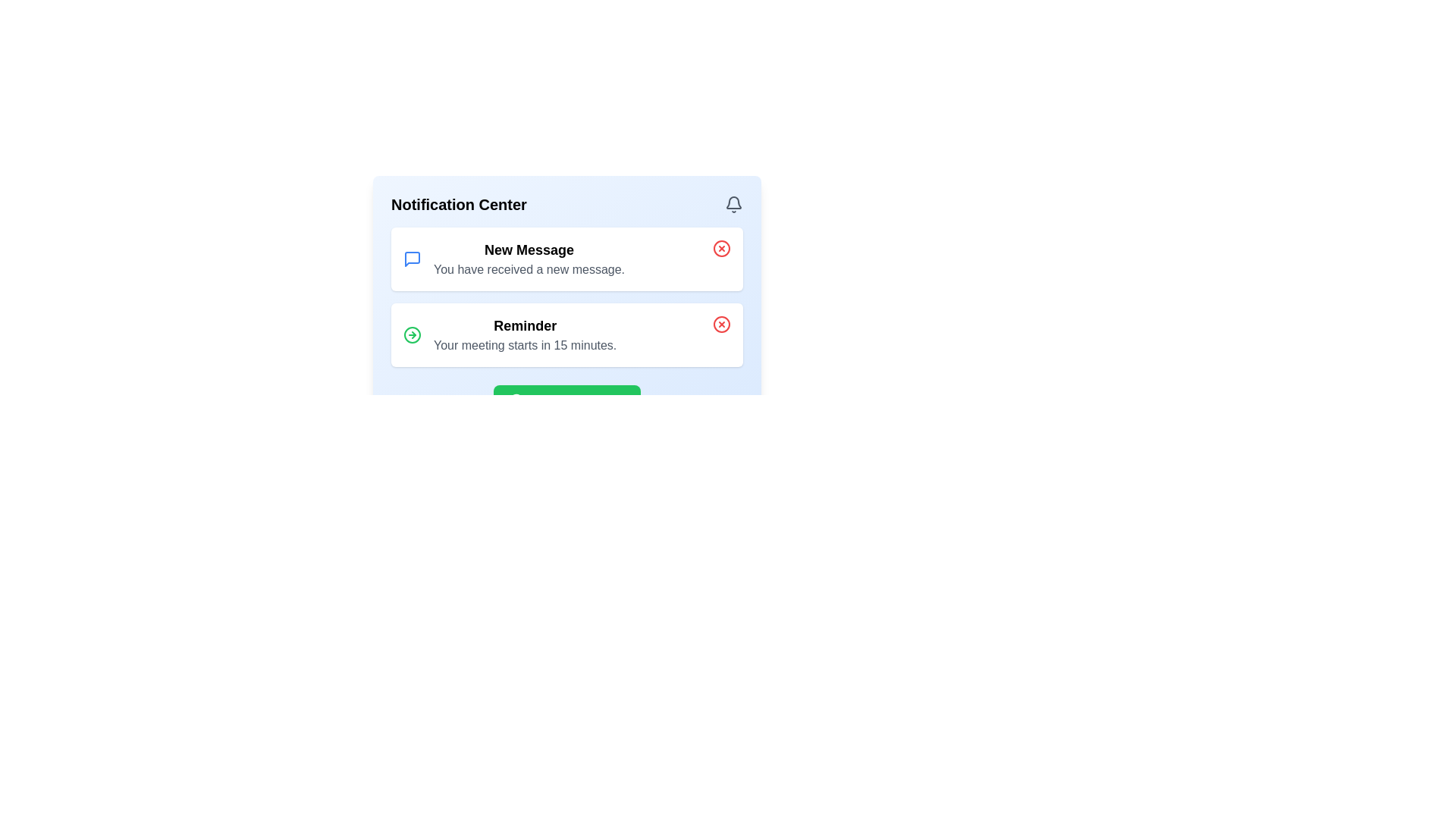 The width and height of the screenshot is (1456, 819). Describe the element at coordinates (529, 268) in the screenshot. I see `the descriptive text element providing additional details about the 'New Message' notification, which is located directly below the 'New Message' text and to the right of the blue speech bubble icon in the Notification Center` at that location.